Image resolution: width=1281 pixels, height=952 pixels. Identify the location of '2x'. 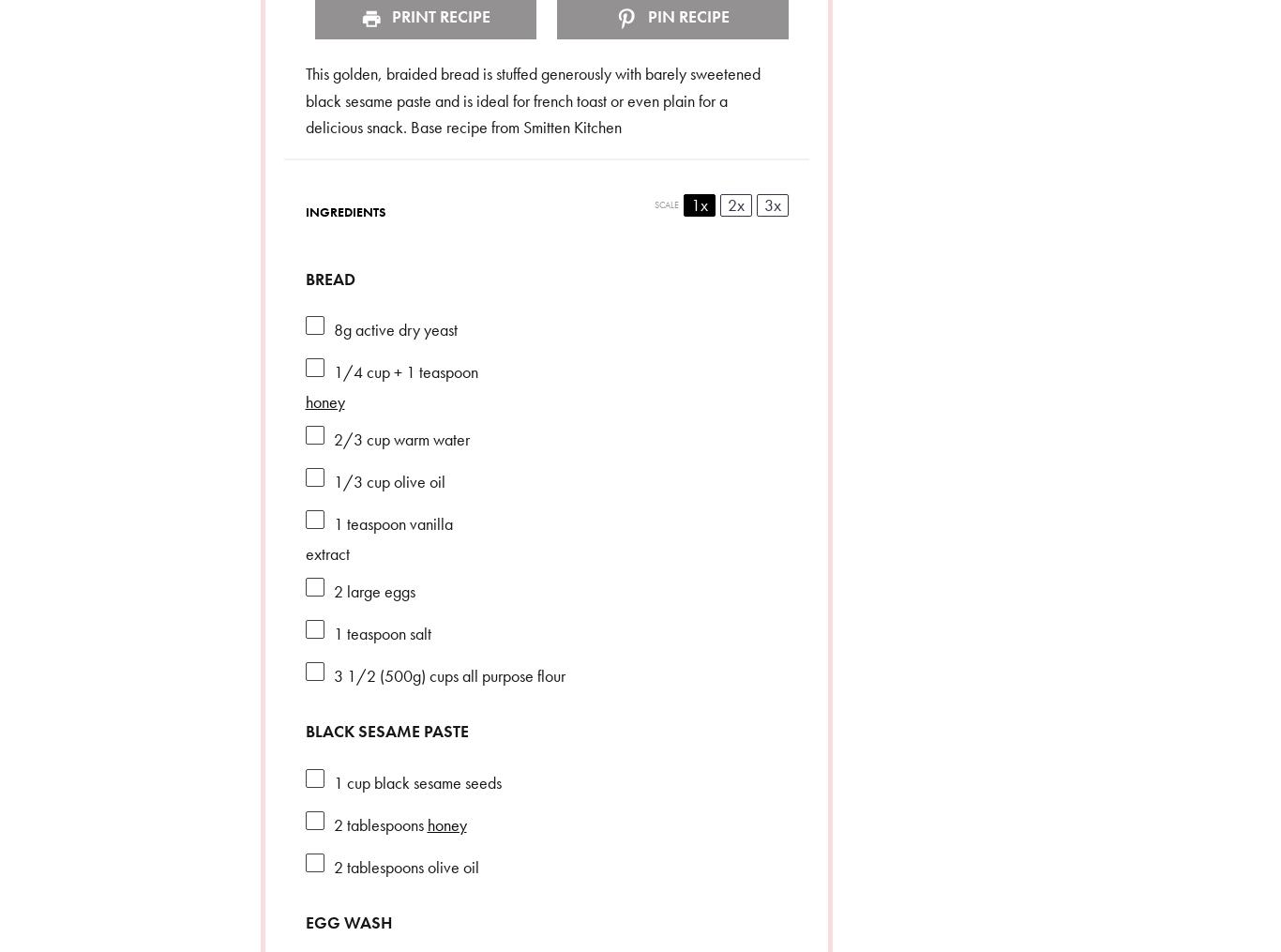
(734, 203).